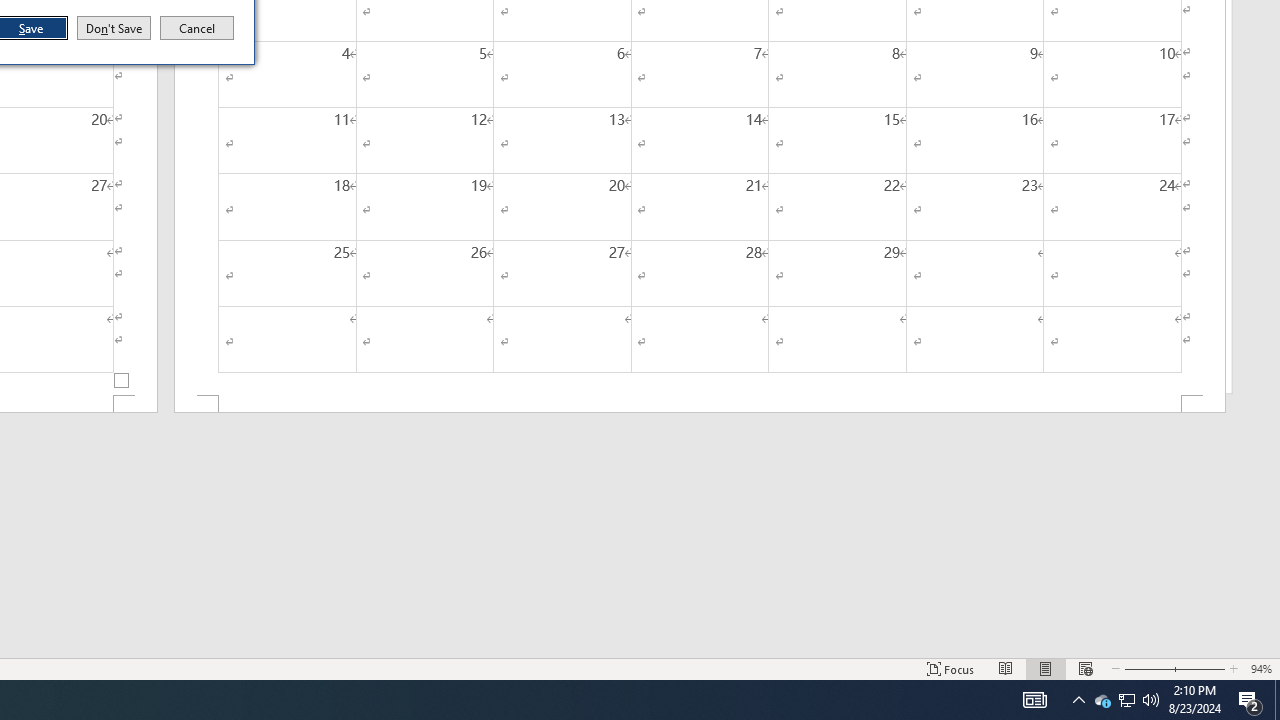 This screenshot has height=720, width=1280. What do you see at coordinates (1078, 698) in the screenshot?
I see `'Notification Chevron'` at bounding box center [1078, 698].